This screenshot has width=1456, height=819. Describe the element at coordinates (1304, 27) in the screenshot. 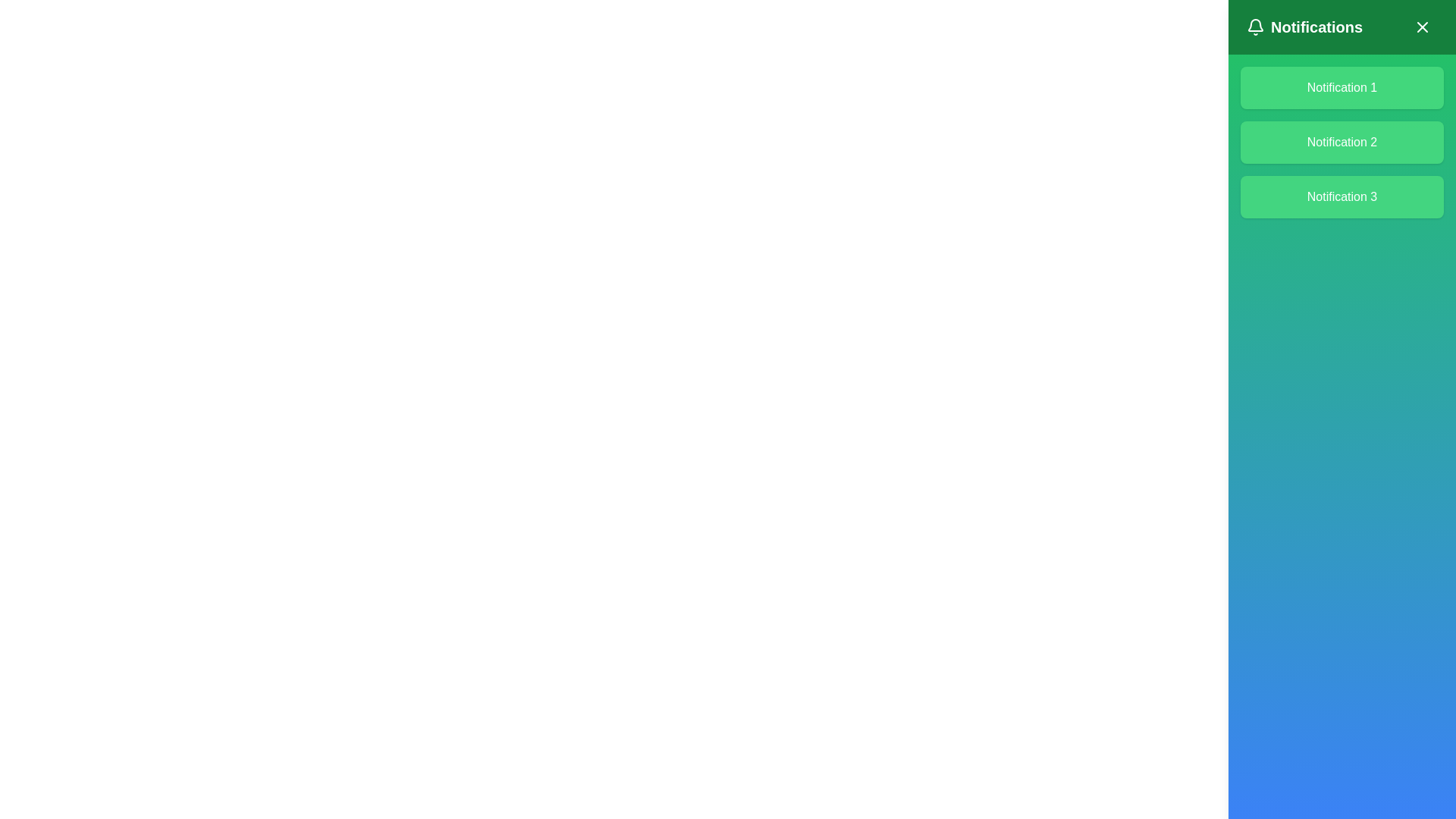

I see `the 'Notifications' label text component, which is styled with a bold and large font, displaying the word 'Notifications' in white on a green background, located at the top left of the green header bar` at that location.